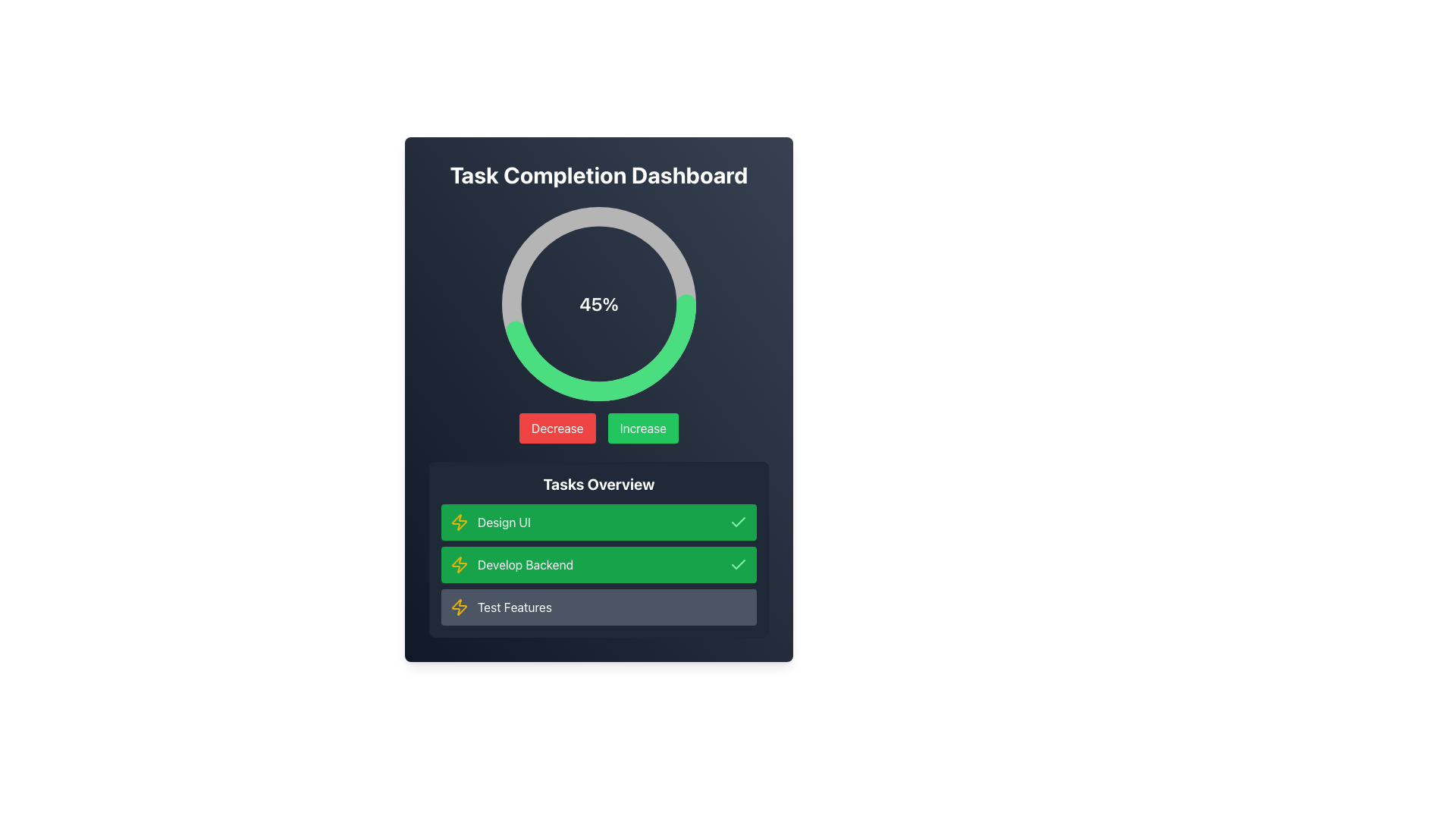  I want to click on the icon representing the task 'Test Features' located in the 'Tasks Overview' list, specifically beside the third item labeled 'Test Features', so click(458, 607).